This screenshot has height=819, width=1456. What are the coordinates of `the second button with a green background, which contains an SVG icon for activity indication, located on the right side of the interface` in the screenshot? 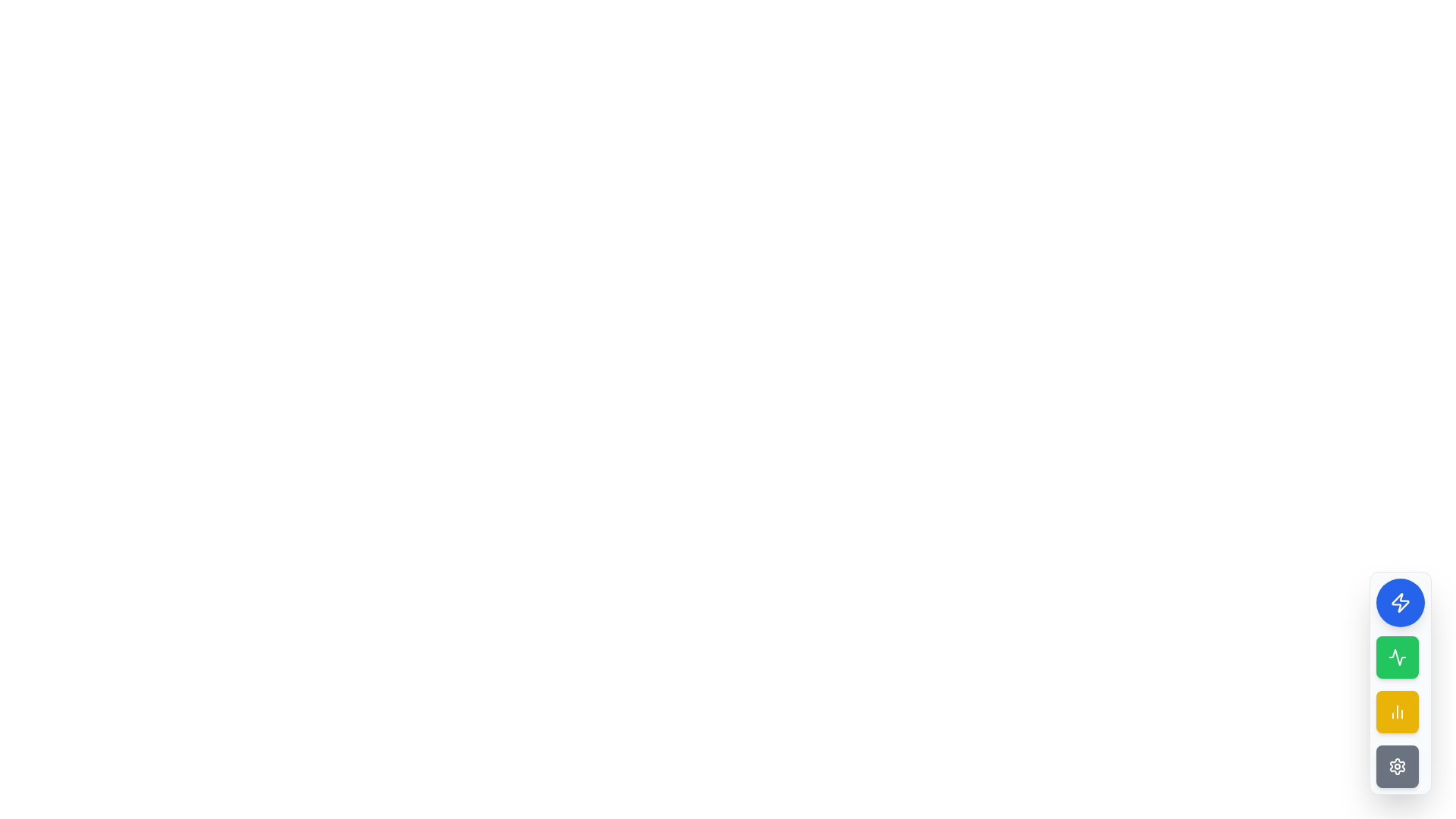 It's located at (1397, 657).